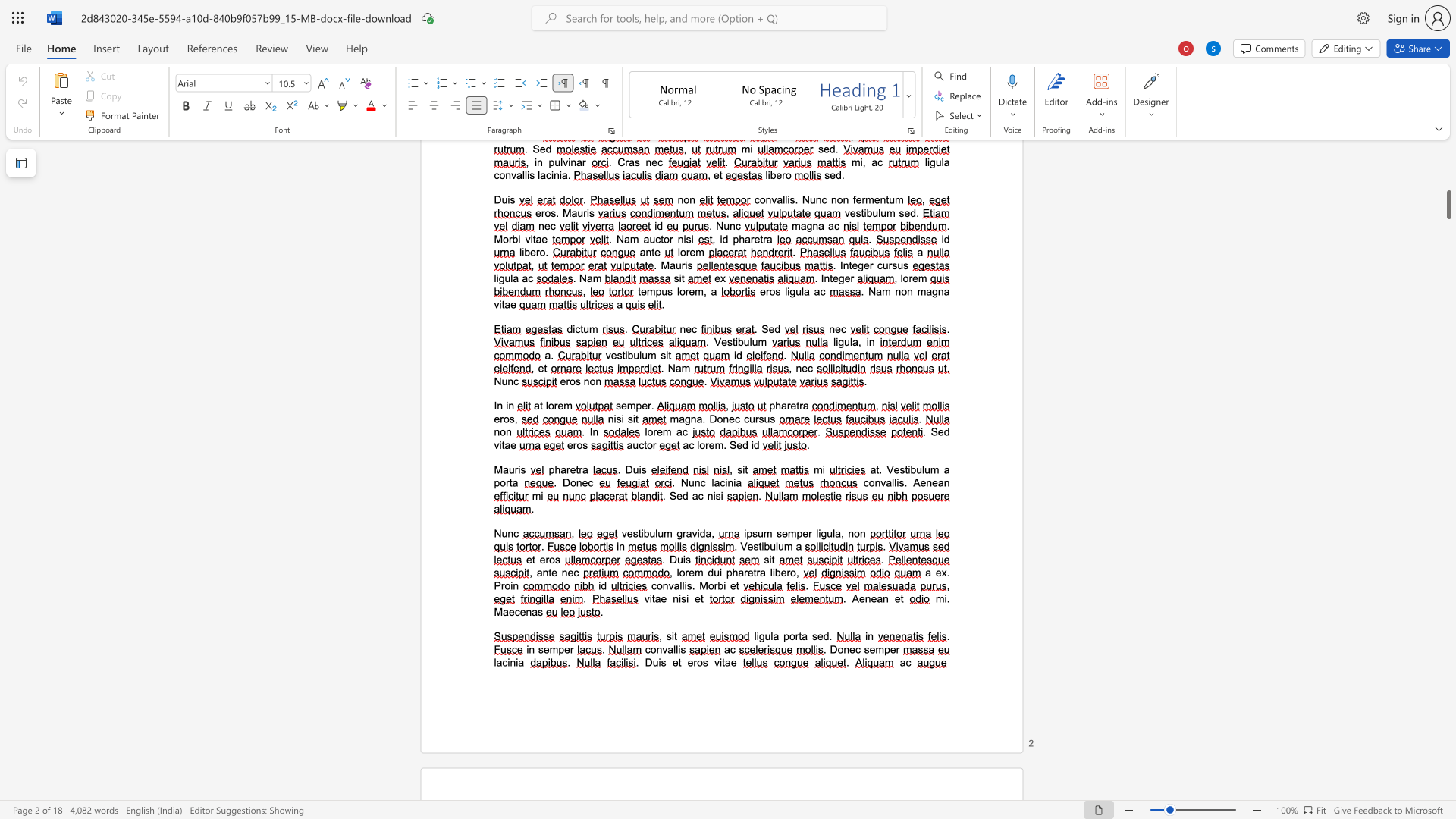  Describe the element at coordinates (893, 469) in the screenshot. I see `the space between the continuous character "V" and "e" in the text` at that location.